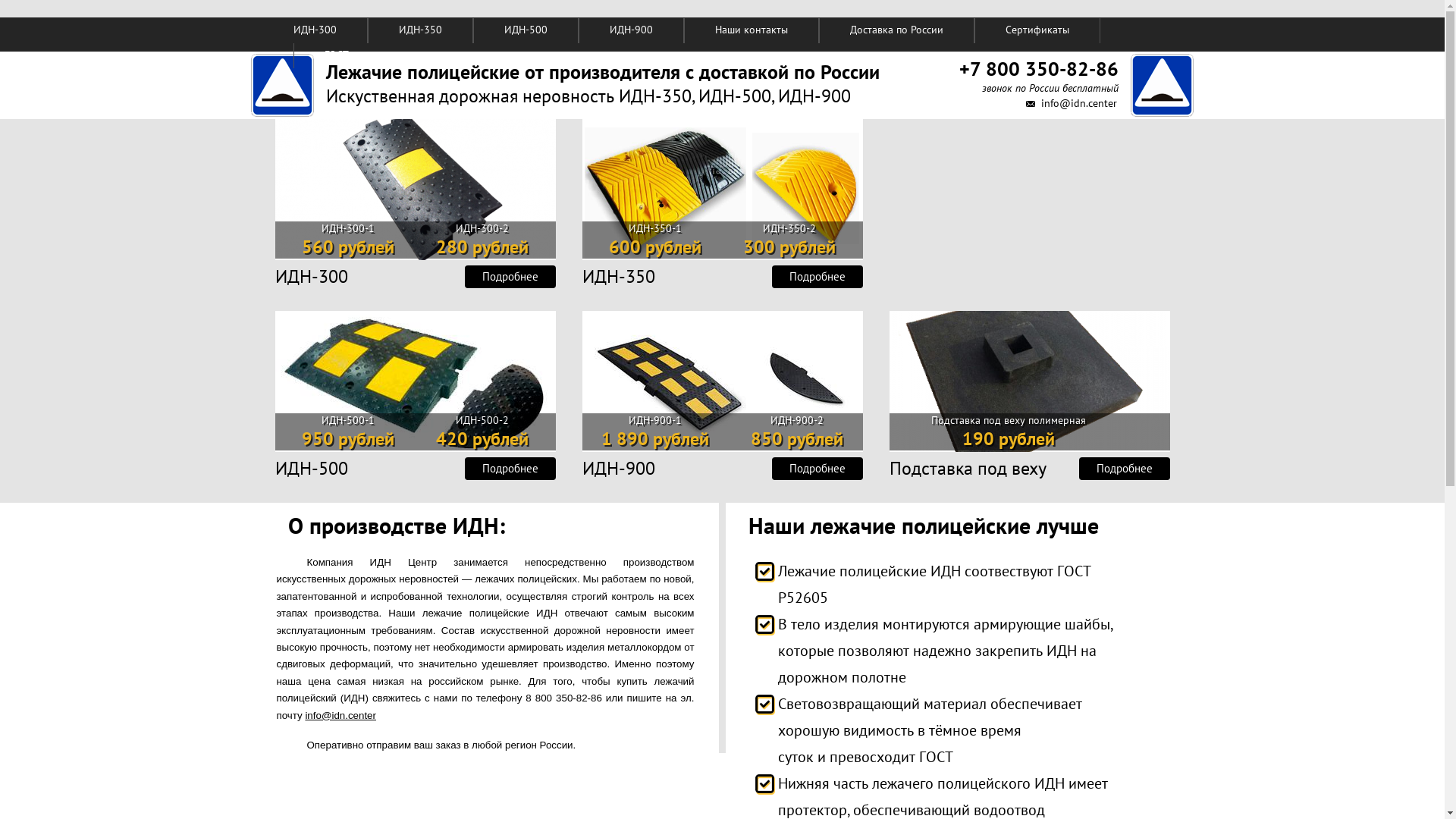 The image size is (1456, 819). Describe the element at coordinates (1078, 102) in the screenshot. I see `'info@idn.center'` at that location.